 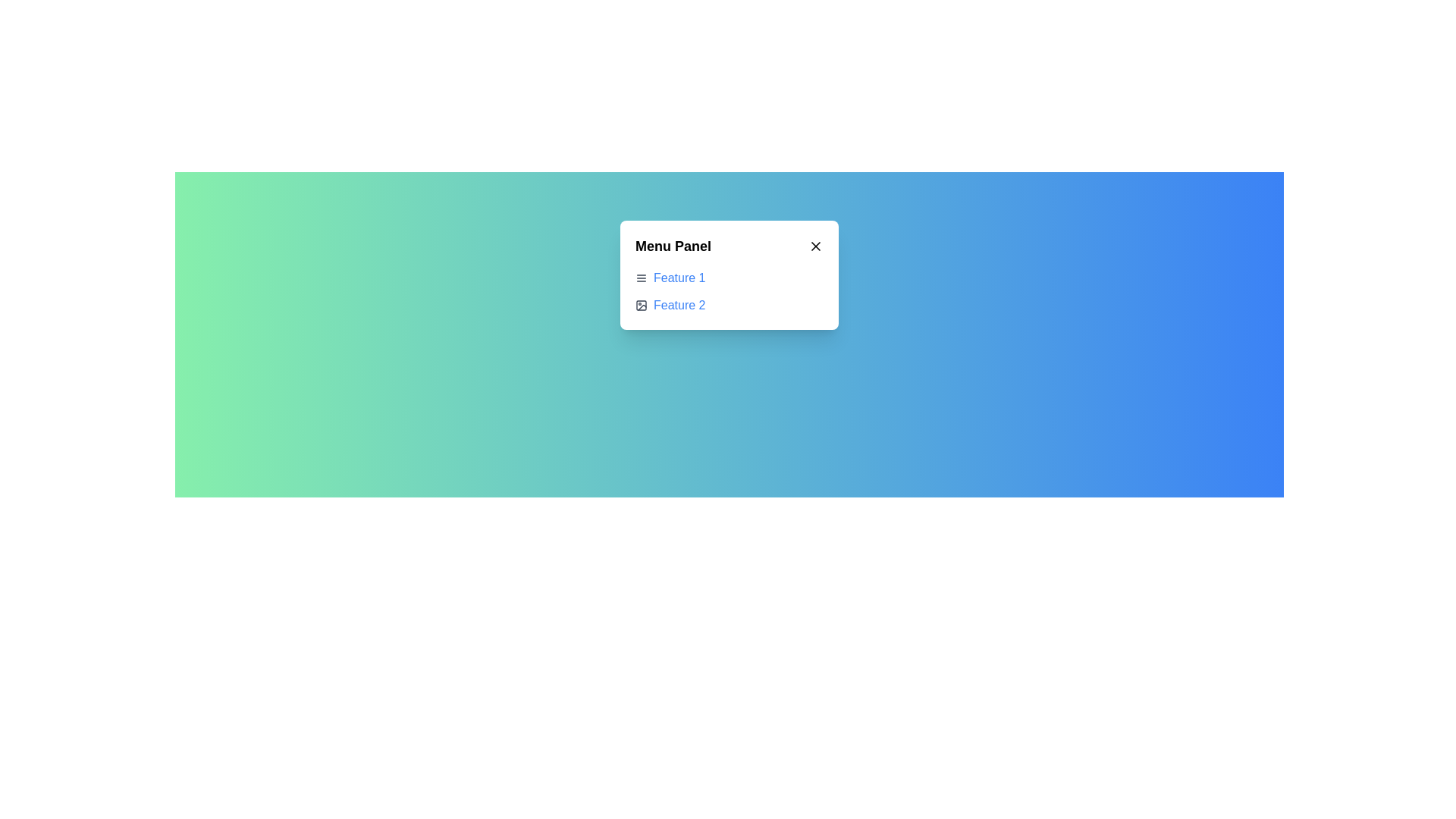 What do you see at coordinates (641, 305) in the screenshot?
I see `the icon representing 'Feature 2' to interact with it` at bounding box center [641, 305].